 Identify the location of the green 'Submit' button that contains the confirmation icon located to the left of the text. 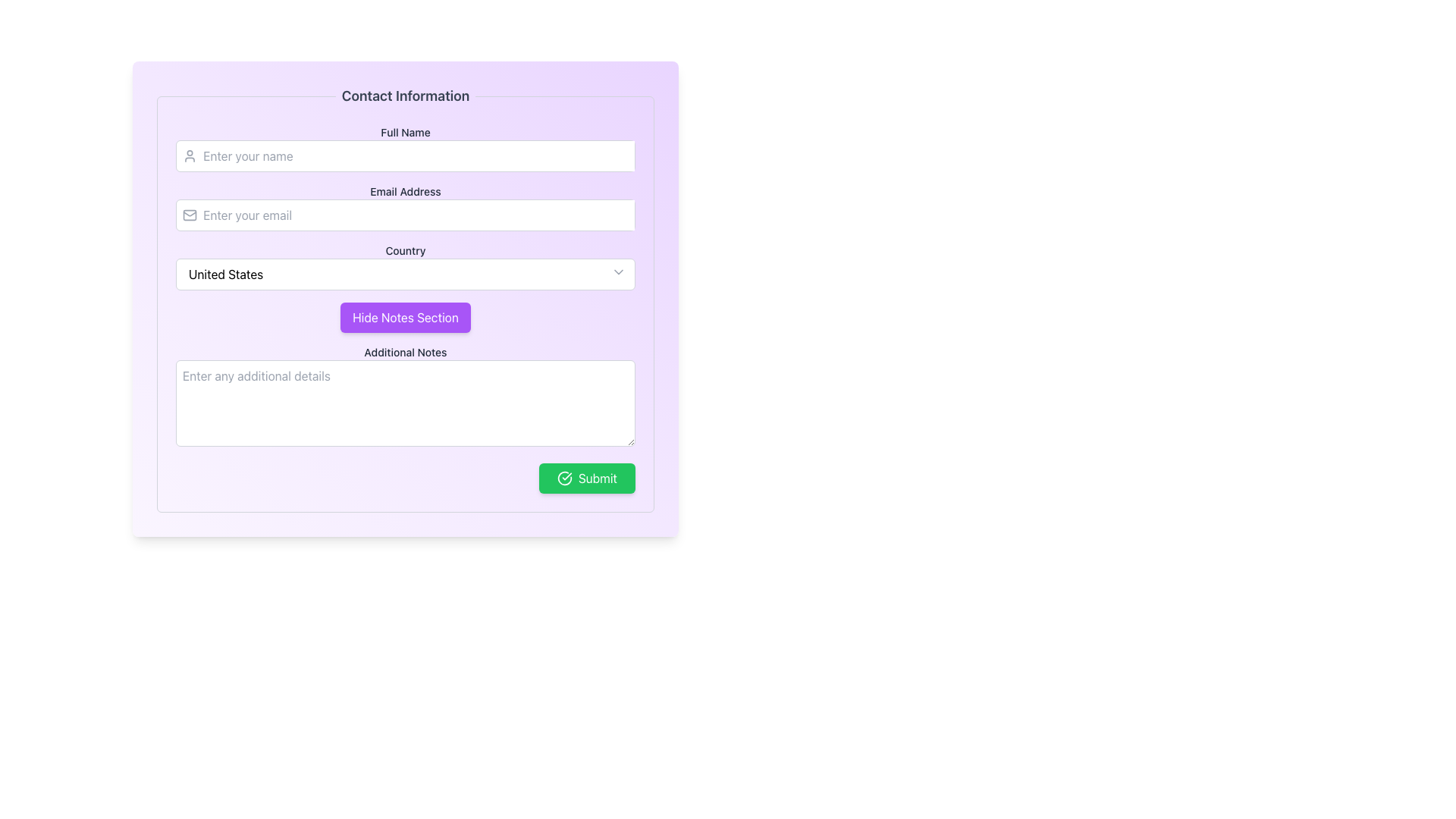
(563, 479).